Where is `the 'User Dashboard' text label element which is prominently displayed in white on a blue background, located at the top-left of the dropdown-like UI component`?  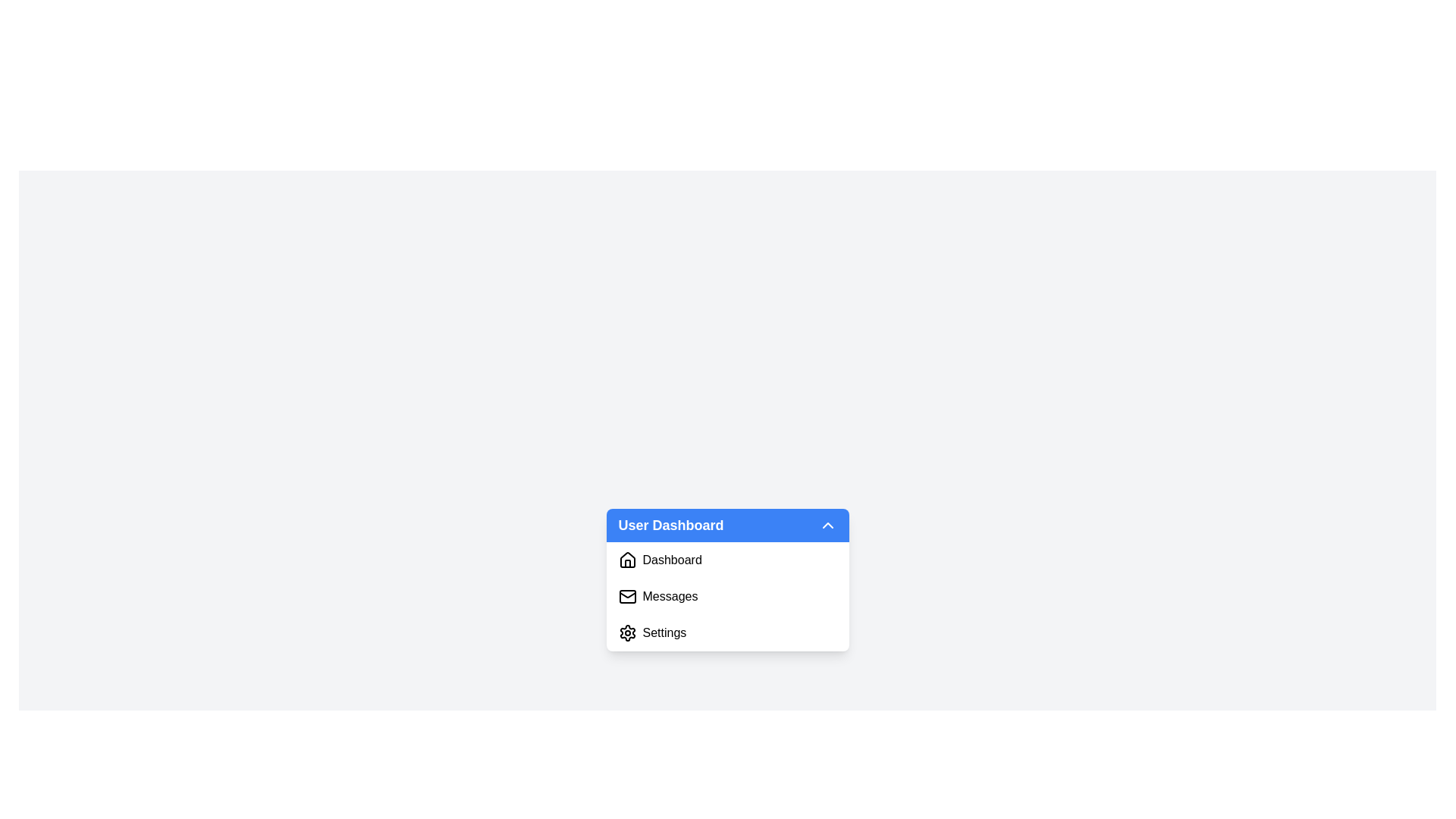
the 'User Dashboard' text label element which is prominently displayed in white on a blue background, located at the top-left of the dropdown-like UI component is located at coordinates (670, 525).